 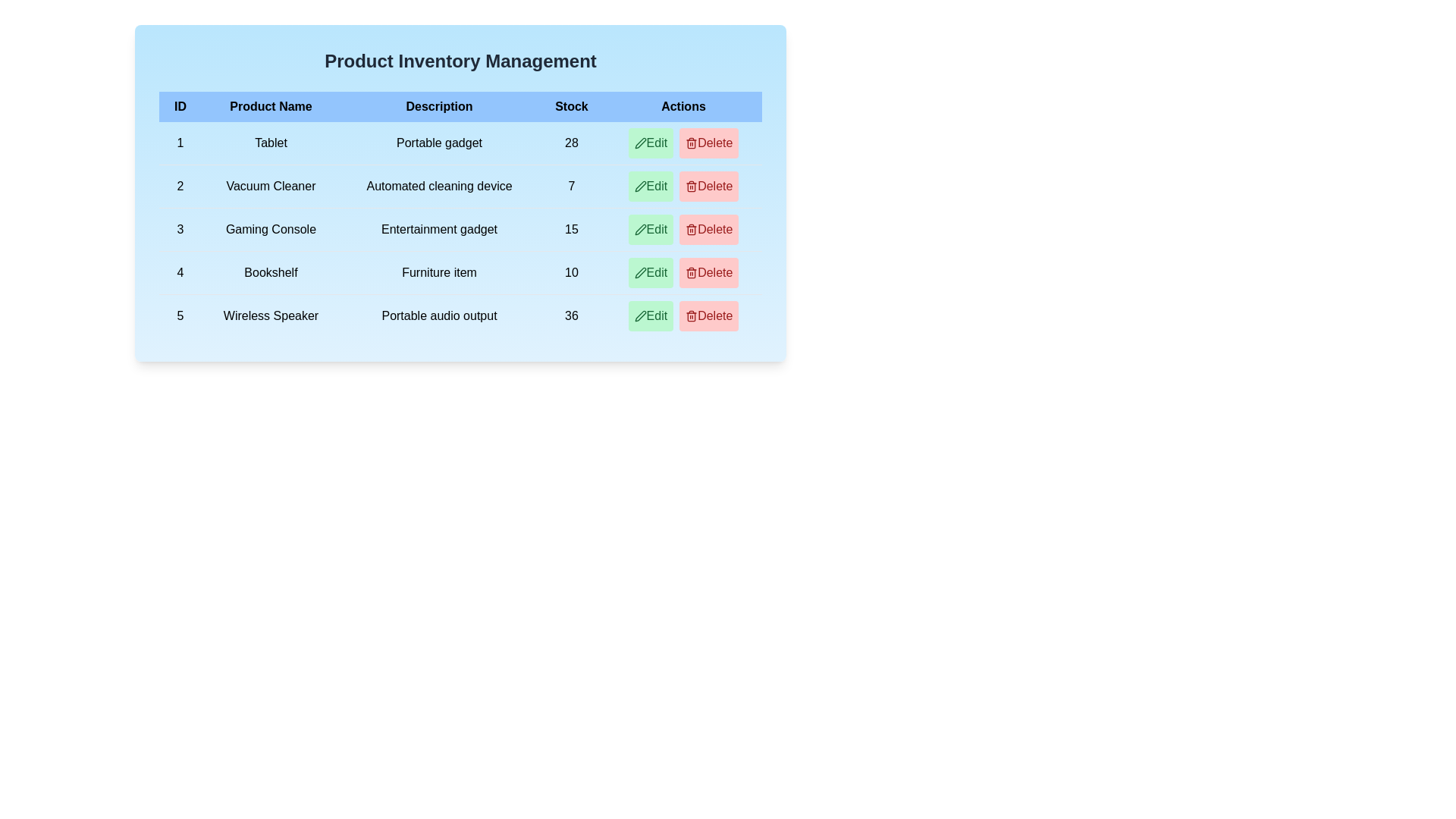 I want to click on the second column header of the table, which indicates product names, so click(x=271, y=106).